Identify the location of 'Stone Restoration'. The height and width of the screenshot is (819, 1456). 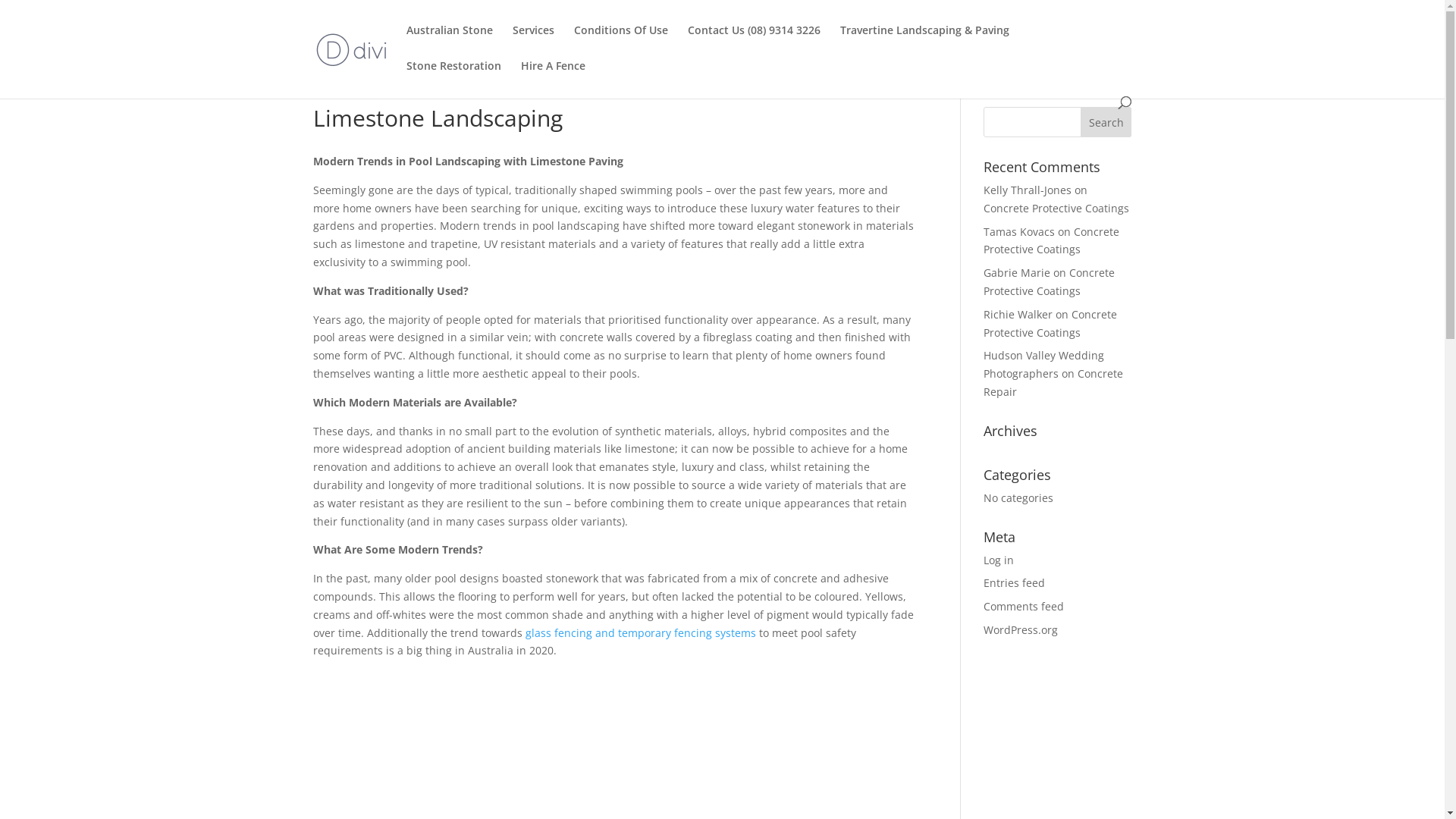
(453, 78).